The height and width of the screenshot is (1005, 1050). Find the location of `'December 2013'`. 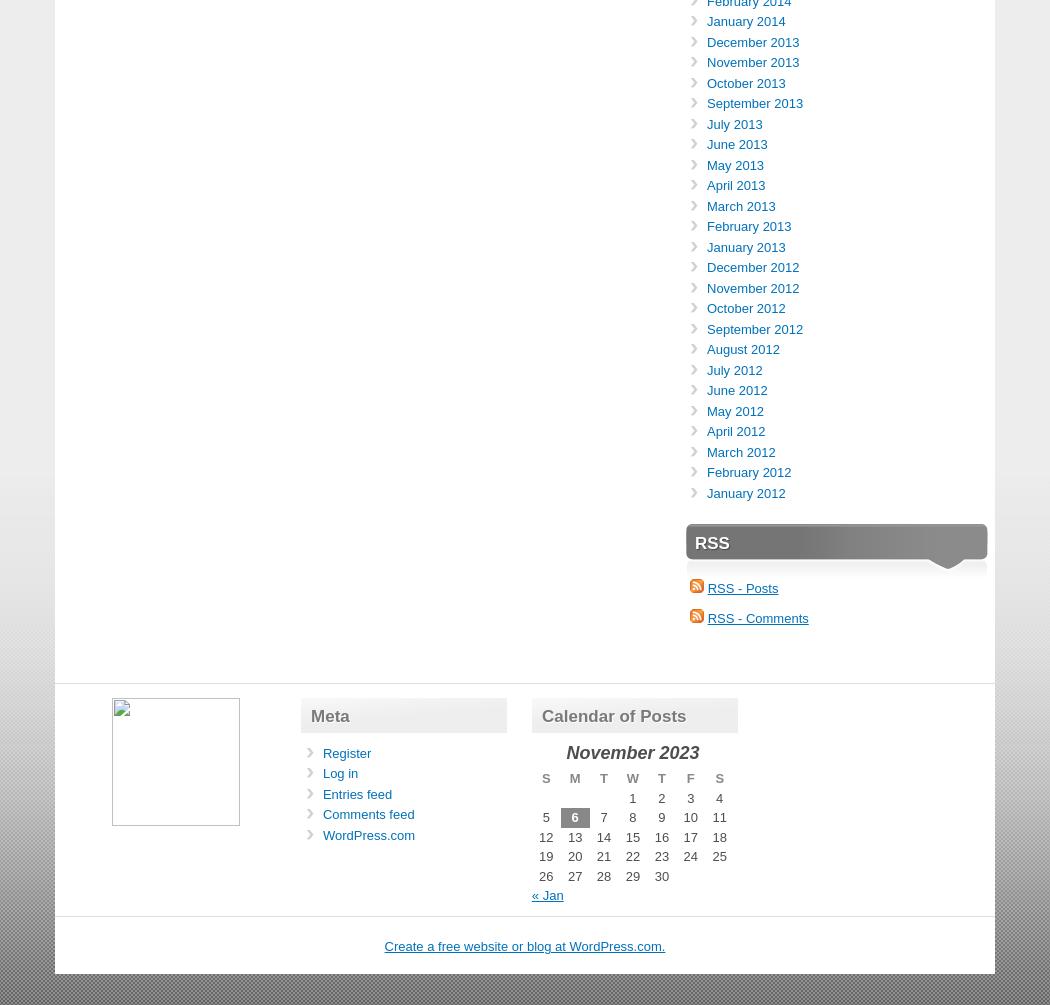

'December 2013' is located at coordinates (752, 41).